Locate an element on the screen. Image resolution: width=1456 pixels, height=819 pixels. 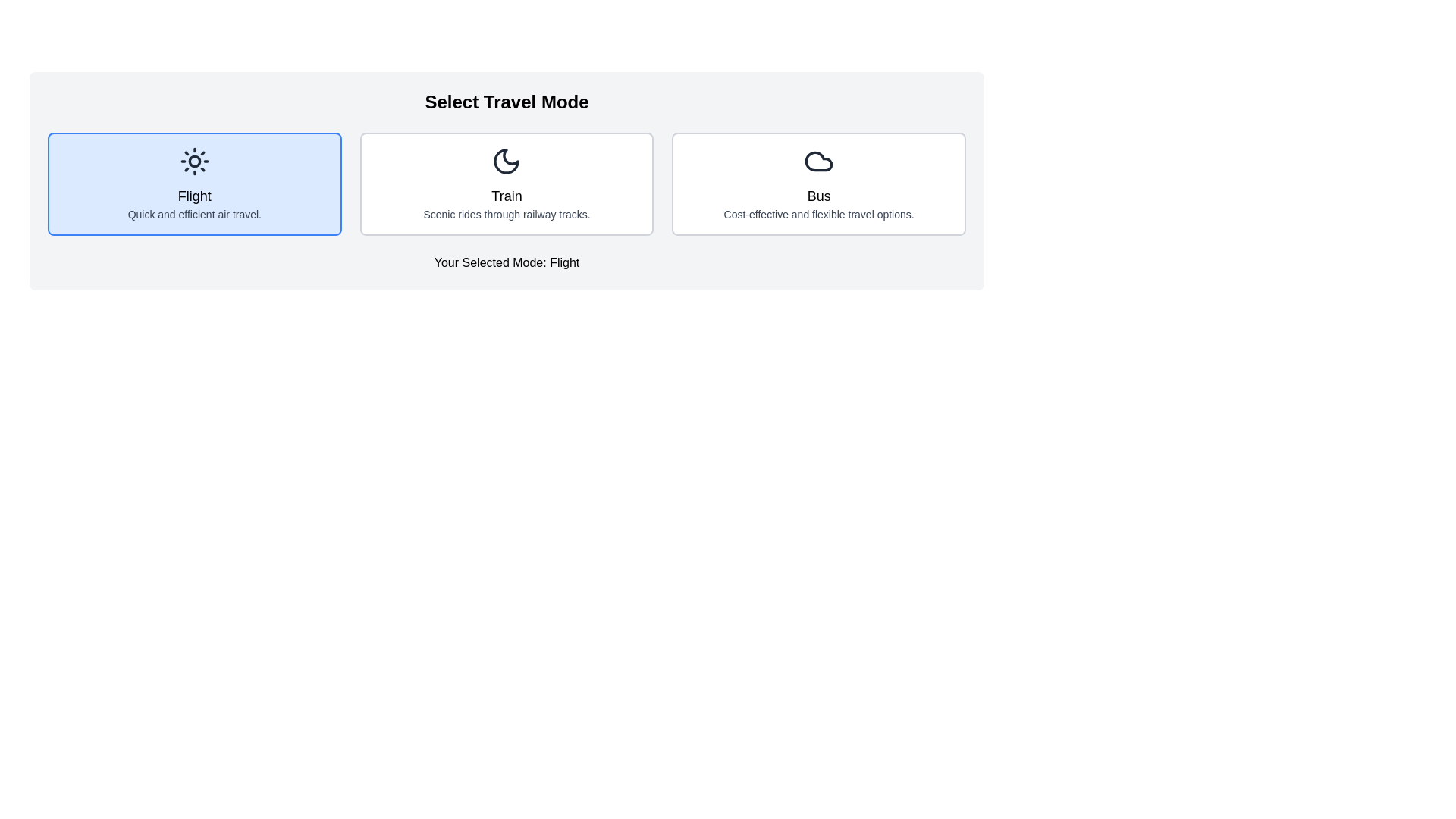
the label element that indicates the user's selected travel mode, located immediately to the left of the 'Flight' option indicator is located at coordinates (490, 262).